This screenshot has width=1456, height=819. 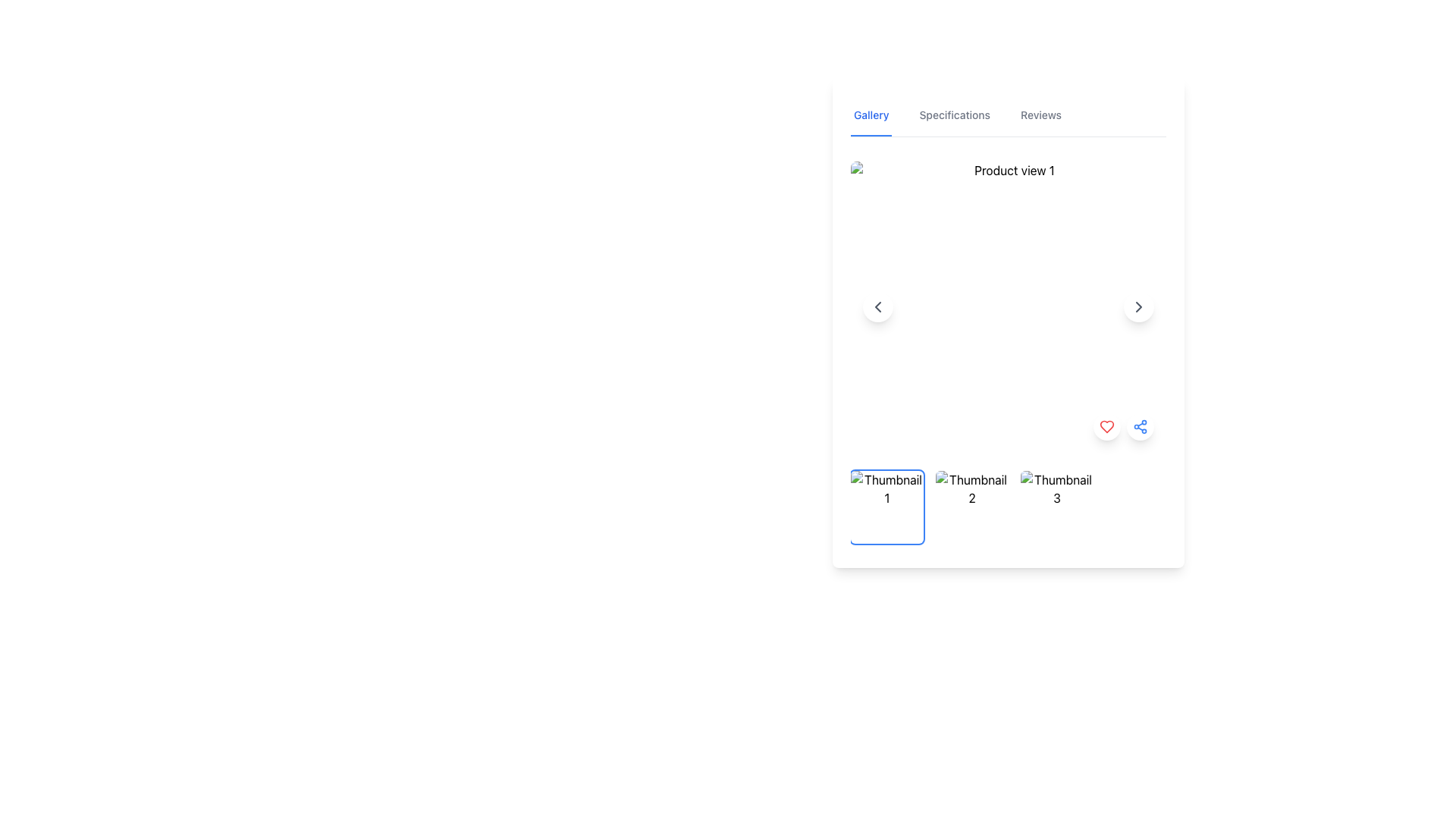 I want to click on the navigation button located at the top-right corner of the gallery or carousel layout, so click(x=1139, y=307).